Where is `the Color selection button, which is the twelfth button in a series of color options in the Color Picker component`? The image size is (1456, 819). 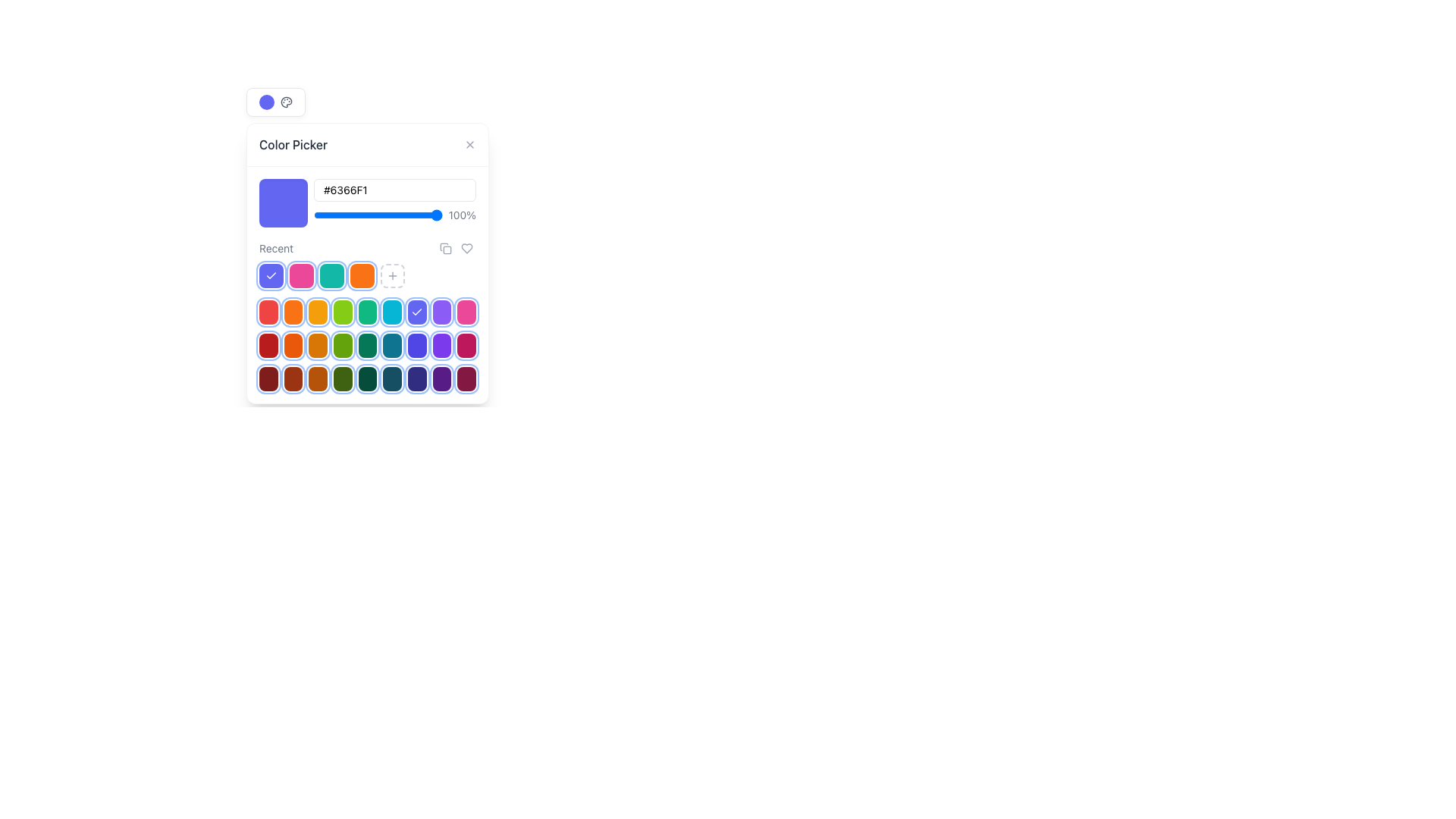 the Color selection button, which is the twelfth button in a series of color options in the Color Picker component is located at coordinates (466, 312).